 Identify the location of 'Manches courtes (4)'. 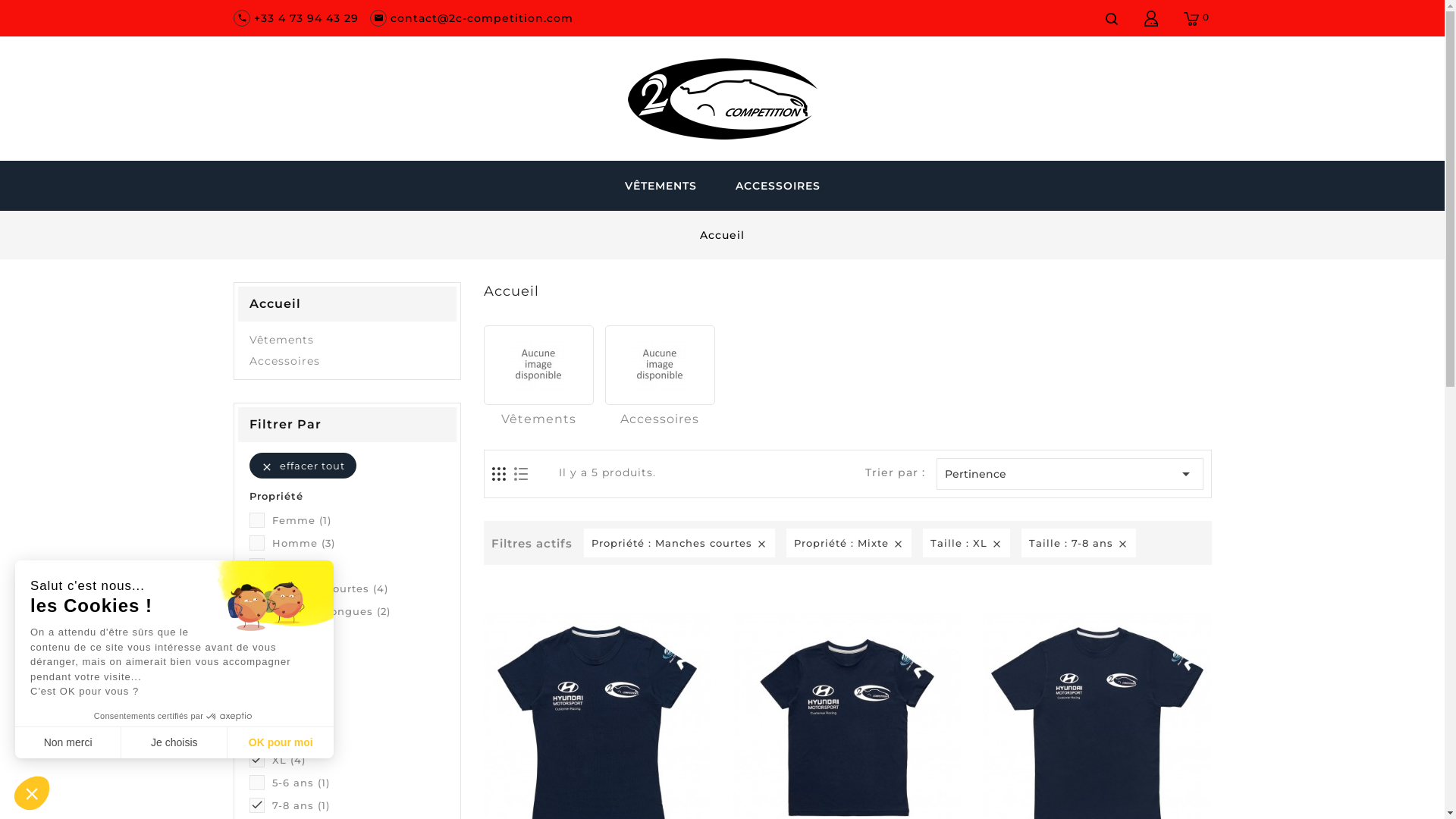
(356, 587).